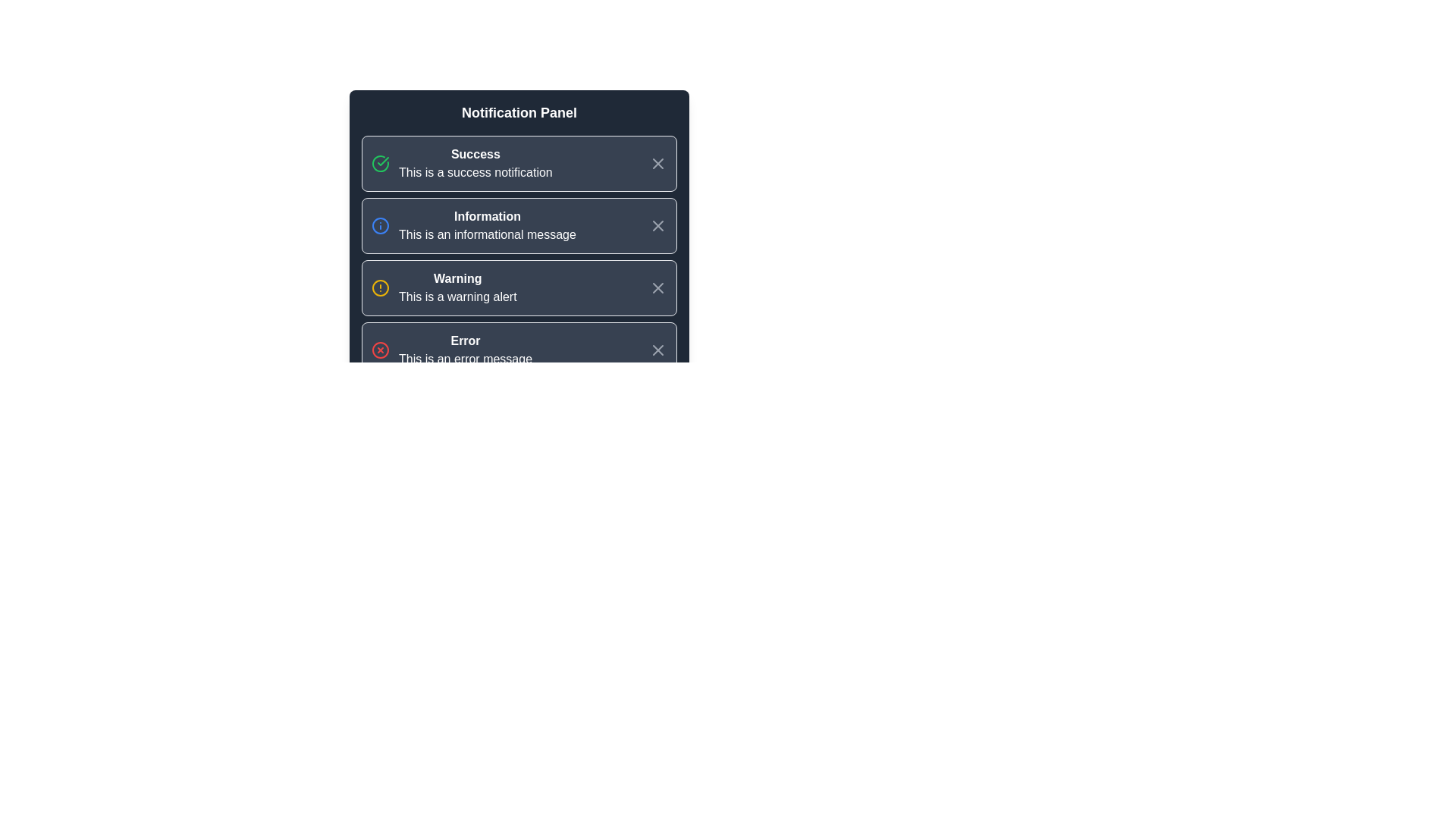 The width and height of the screenshot is (1456, 819). Describe the element at coordinates (488, 234) in the screenshot. I see `the informational text displaying 'This is an informational message' located in the Notification Panel under the Information section` at that location.